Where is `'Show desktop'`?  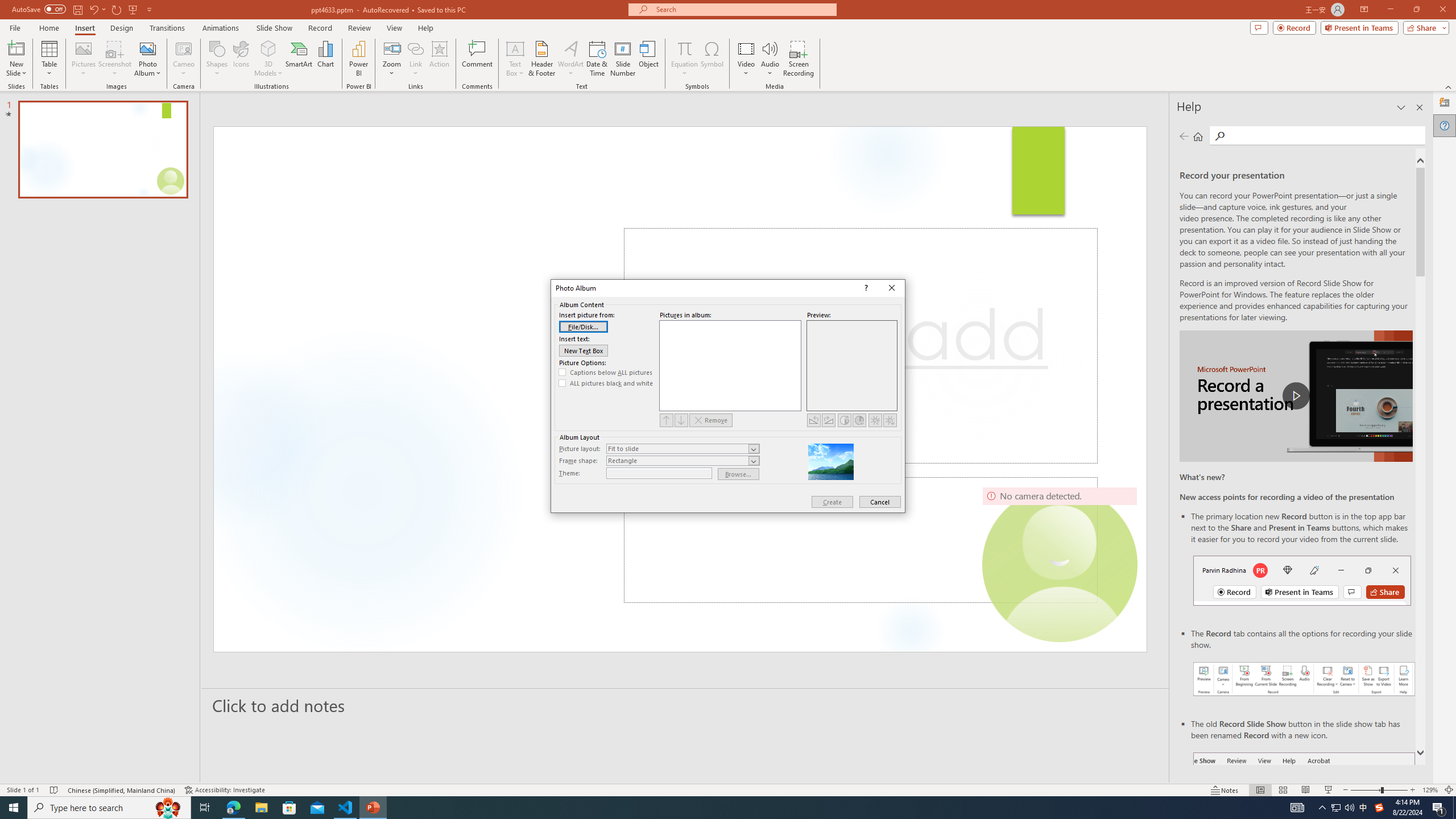 'Show desktop' is located at coordinates (1454, 806).